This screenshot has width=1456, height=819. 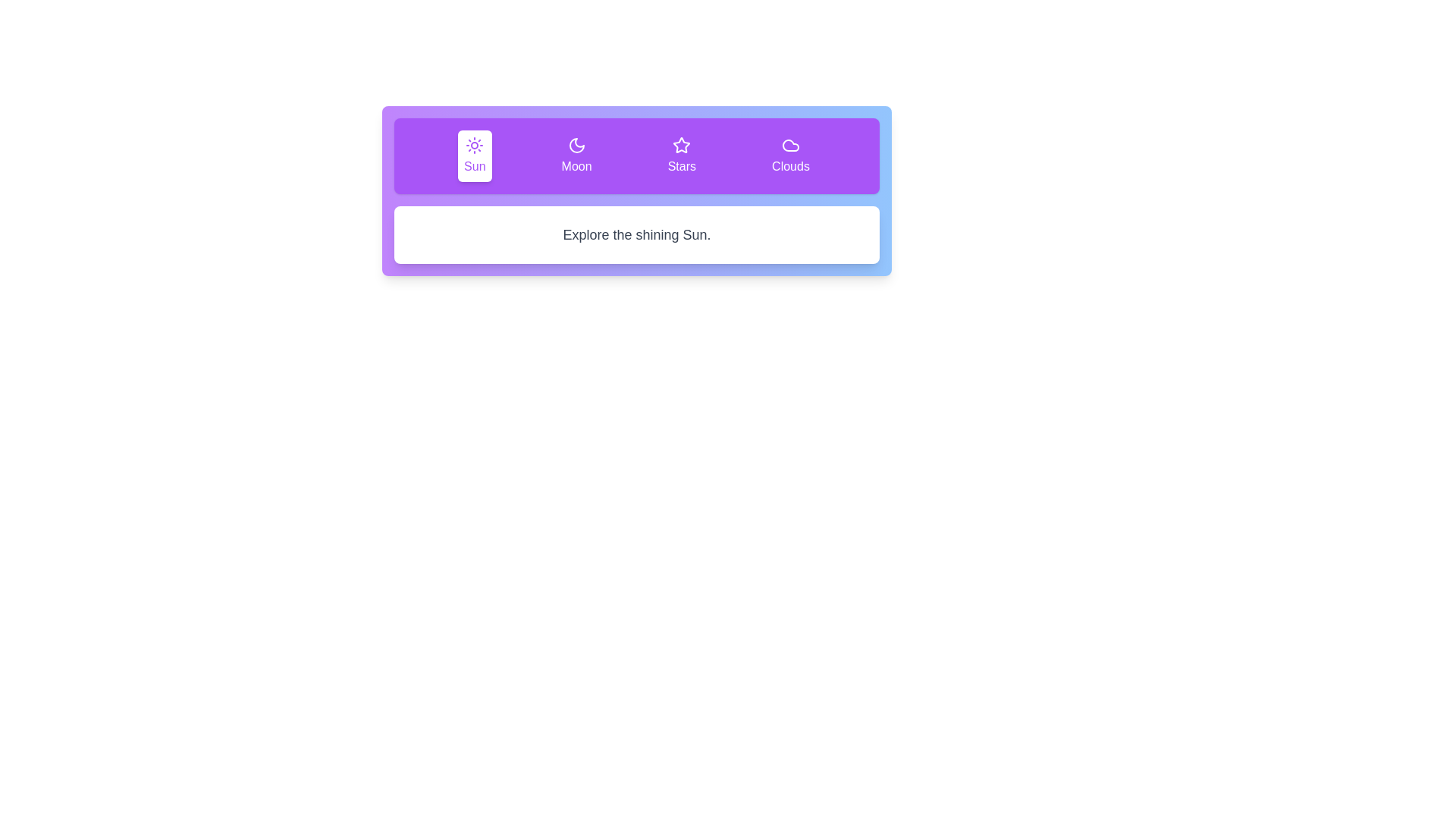 What do you see at coordinates (681, 146) in the screenshot?
I see `the star-shaped icon with a purple background located near the label 'Stars', which is the third icon in a horizontal layout of four items` at bounding box center [681, 146].